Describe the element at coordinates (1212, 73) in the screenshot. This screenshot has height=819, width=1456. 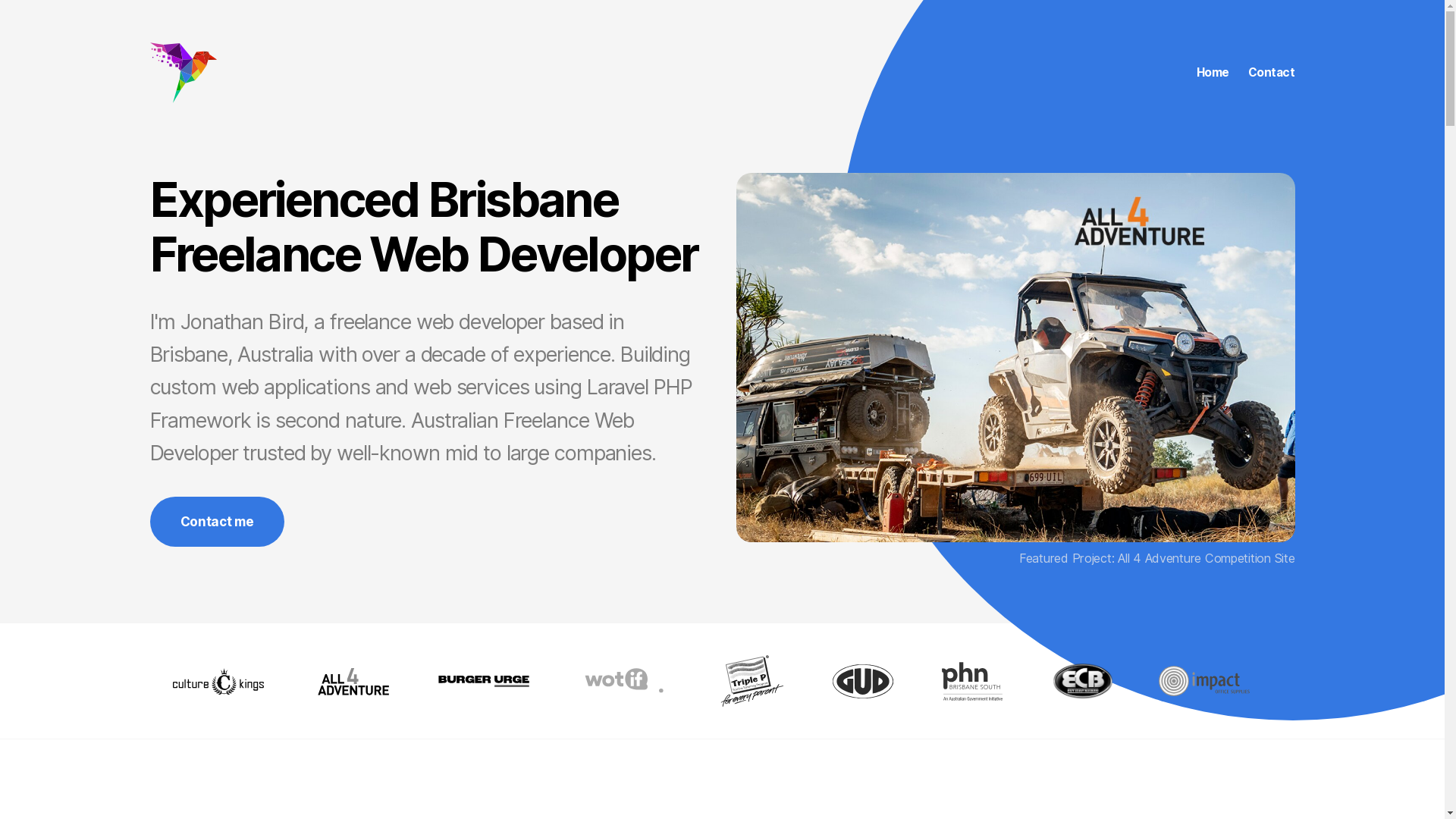
I see `'Home'` at that location.